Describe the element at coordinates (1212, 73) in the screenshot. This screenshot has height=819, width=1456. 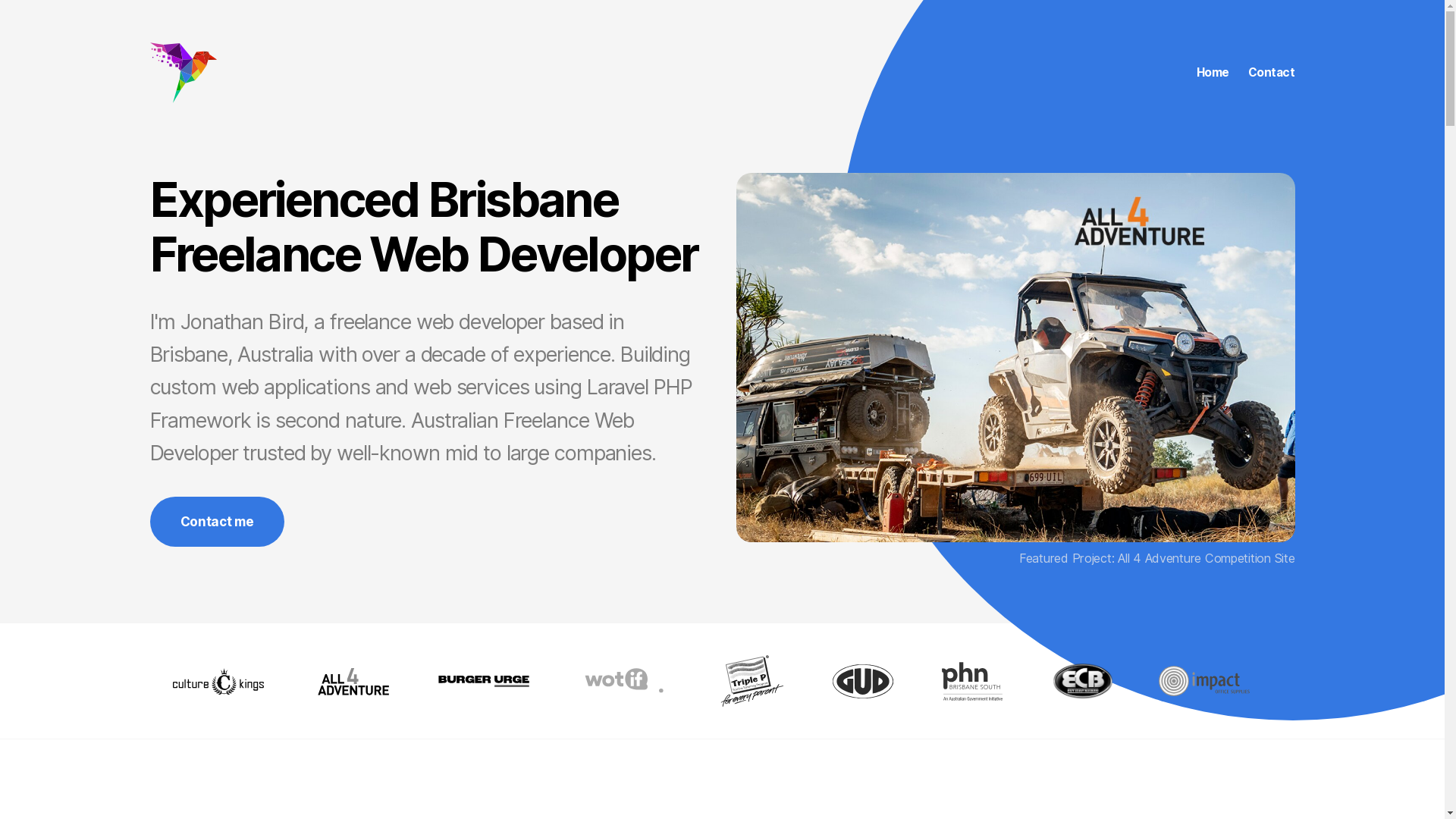
I see `'Home'` at that location.